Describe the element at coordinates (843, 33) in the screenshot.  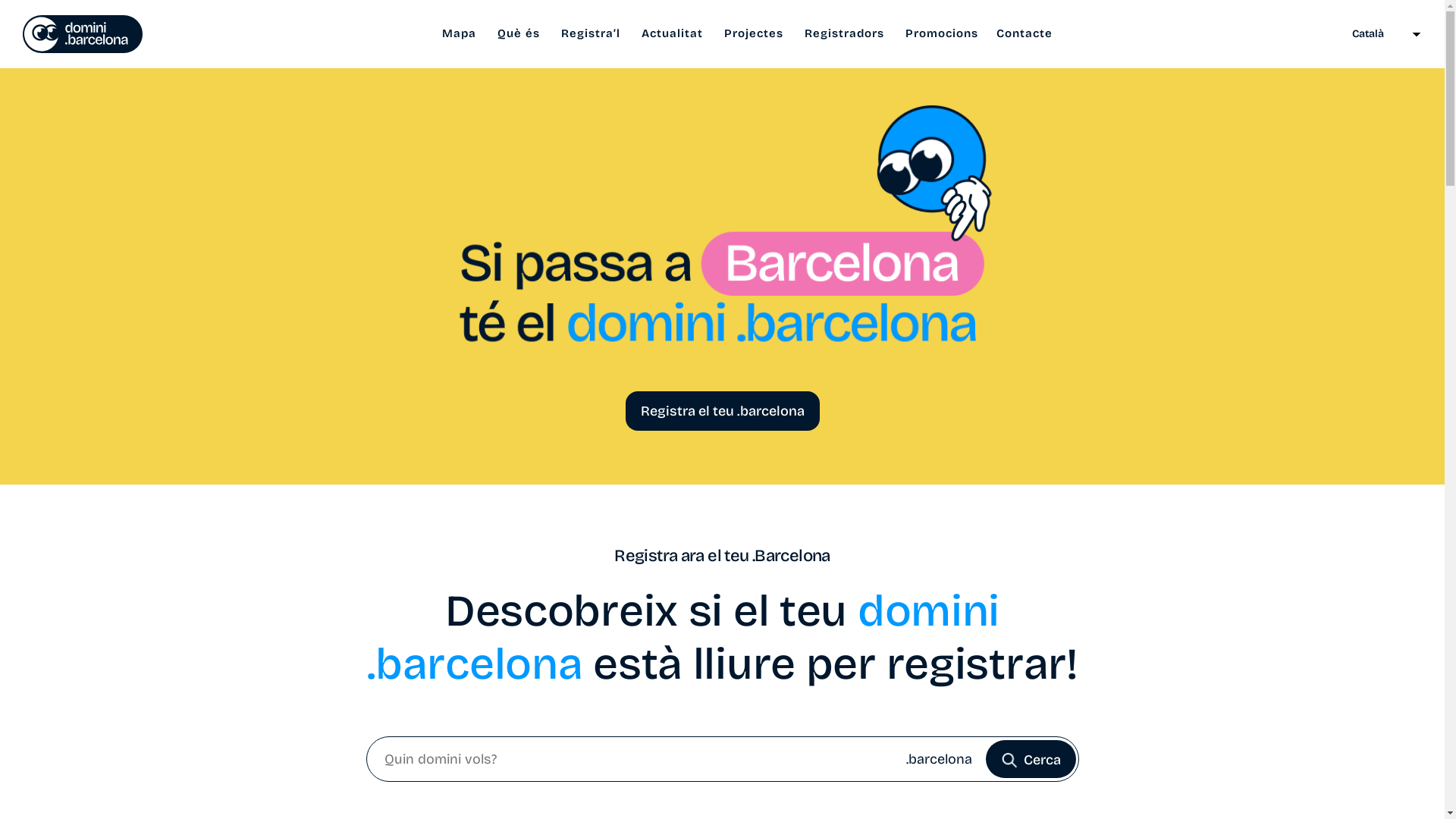
I see `'Registradors'` at that location.